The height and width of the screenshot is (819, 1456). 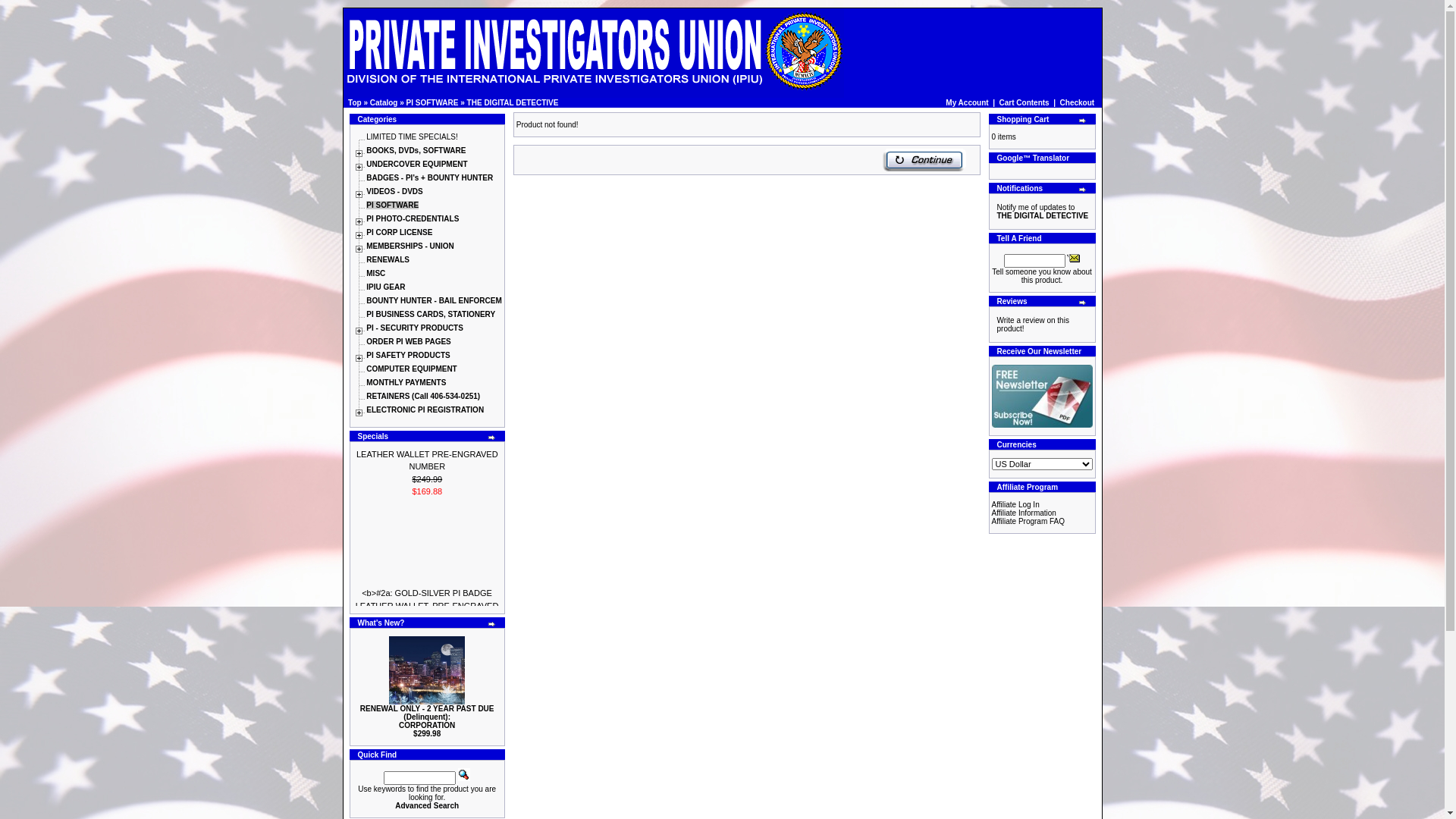 What do you see at coordinates (415, 327) in the screenshot?
I see `'PI - SECURITY PRODUCTS'` at bounding box center [415, 327].